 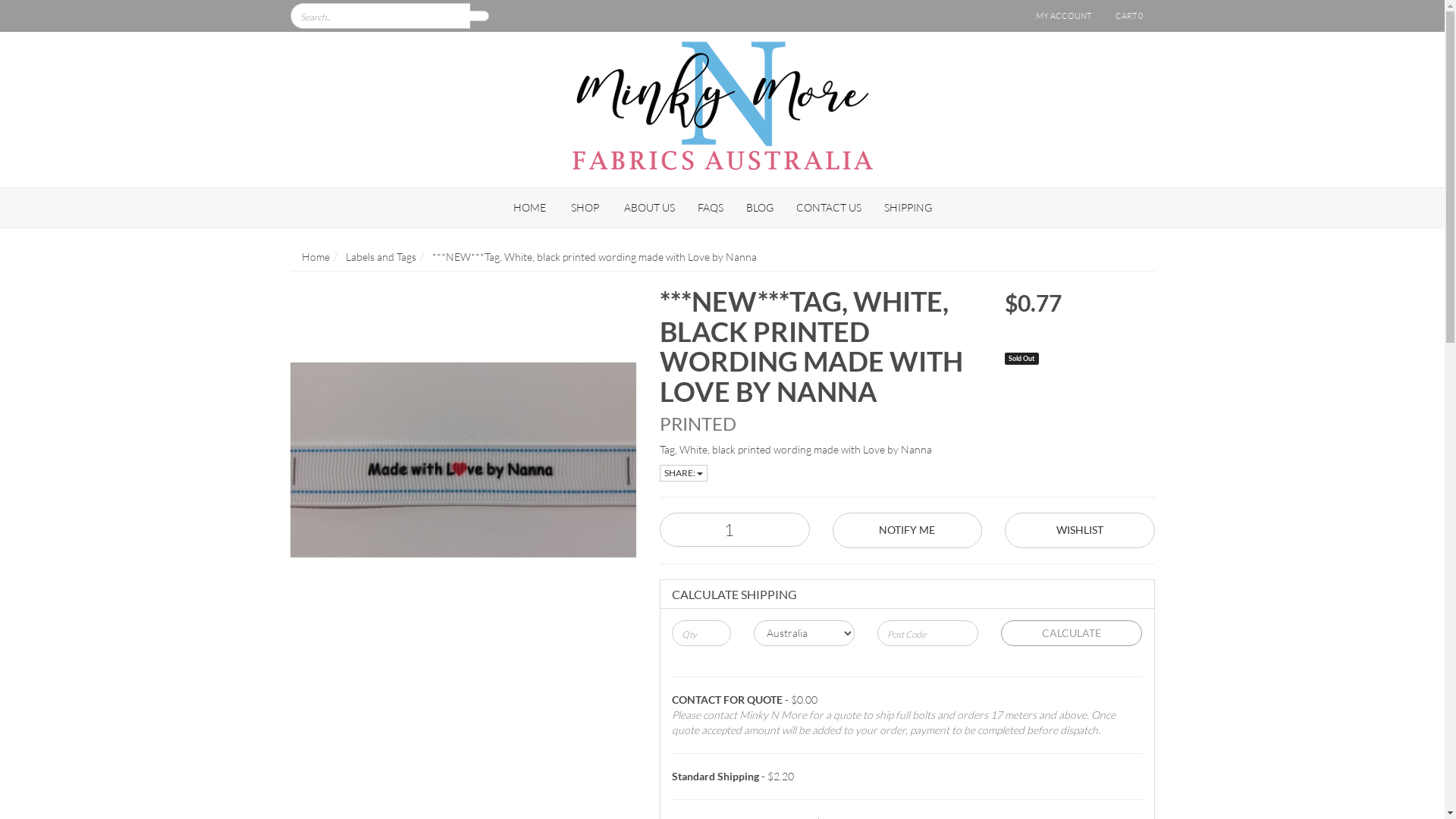 I want to click on 'MY ACCOUNT', so click(x=1062, y=15).